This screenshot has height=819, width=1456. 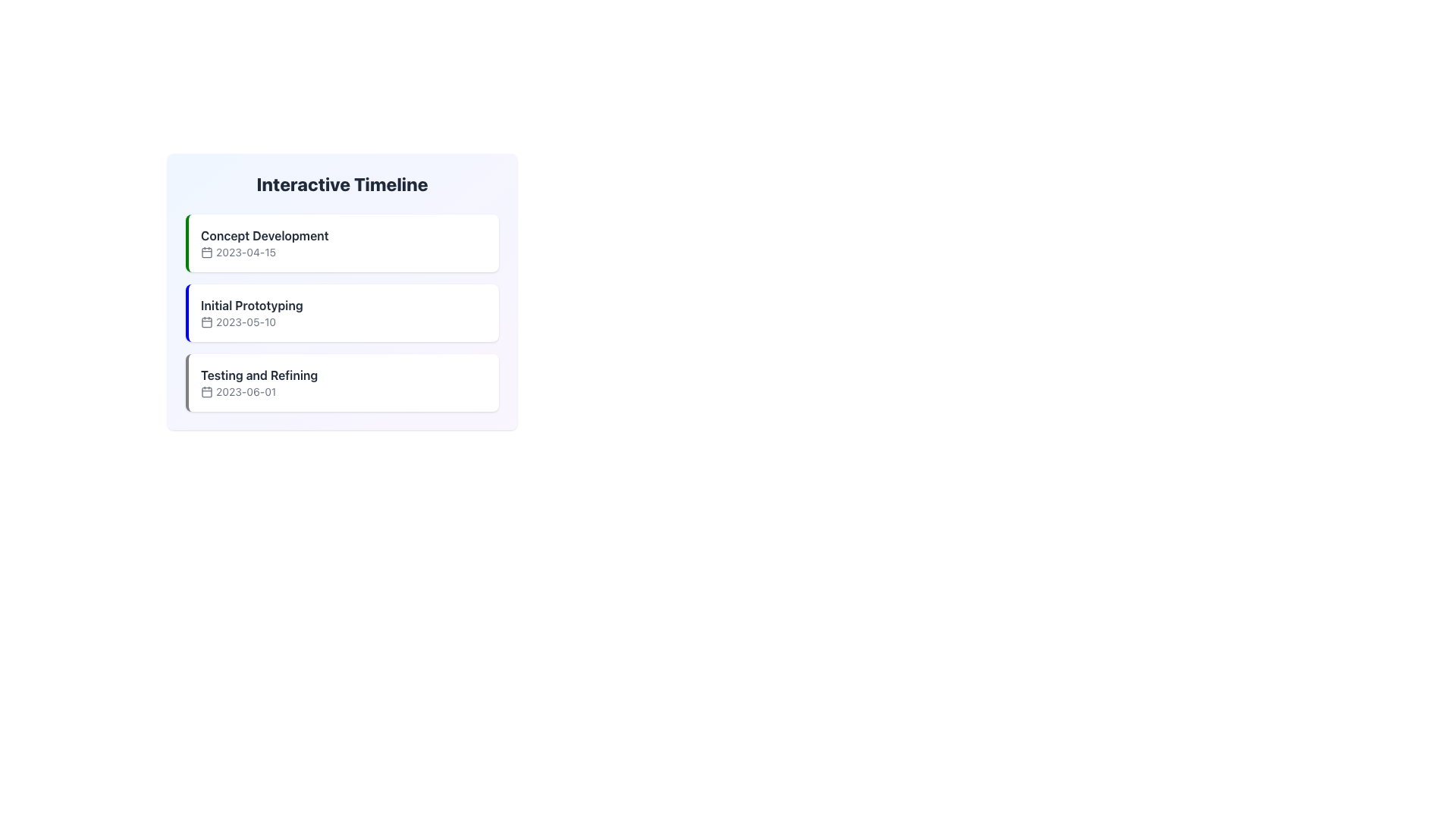 I want to click on the small gray calendar icon located to the left of the date '2023-05-10' in the second row of the 'Interactive Timeline' section, so click(x=206, y=321).